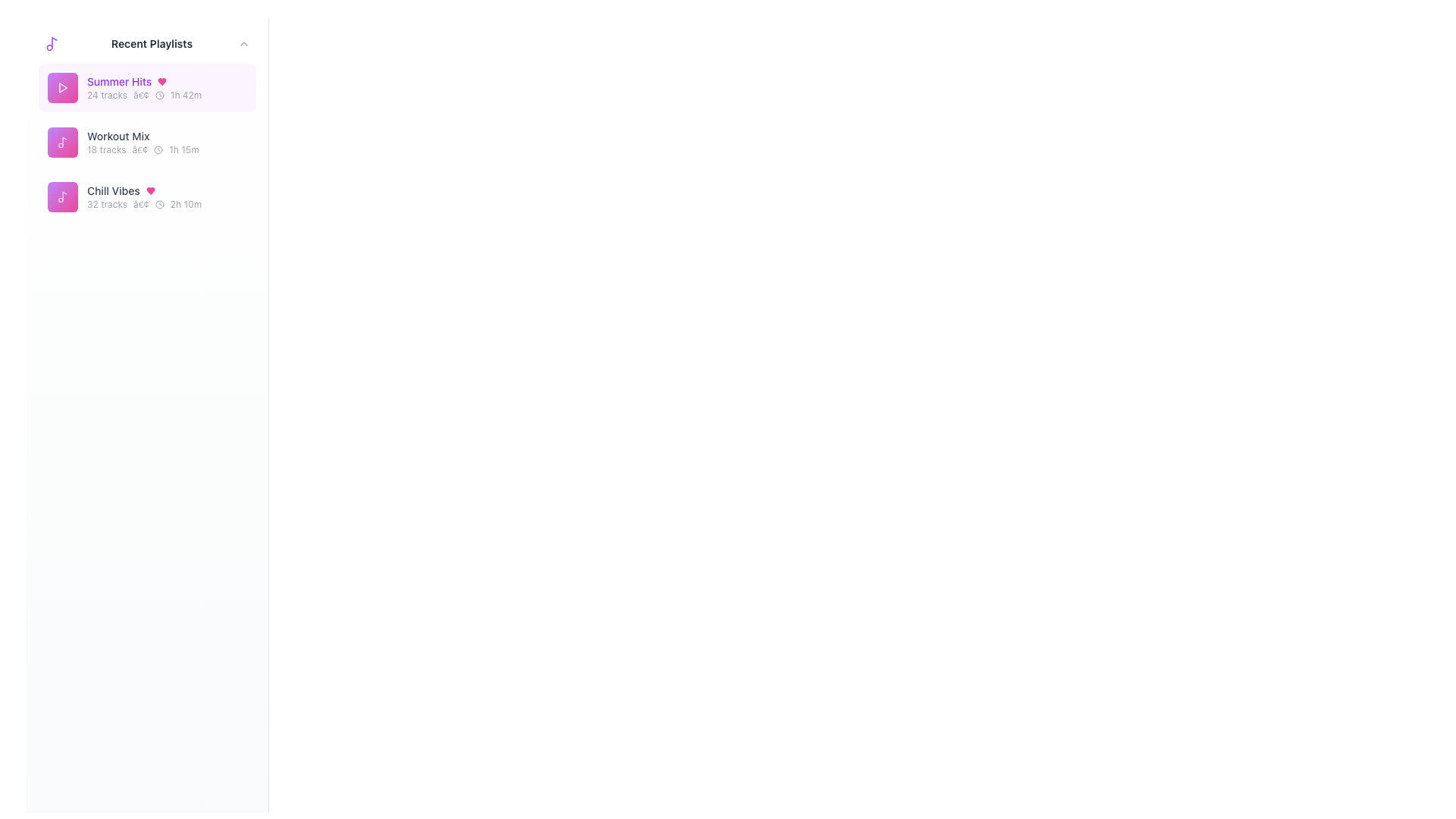 This screenshot has height=819, width=1456. What do you see at coordinates (150, 190) in the screenshot?
I see `the small pink heart icon next to the 'Chill Vibes' text` at bounding box center [150, 190].